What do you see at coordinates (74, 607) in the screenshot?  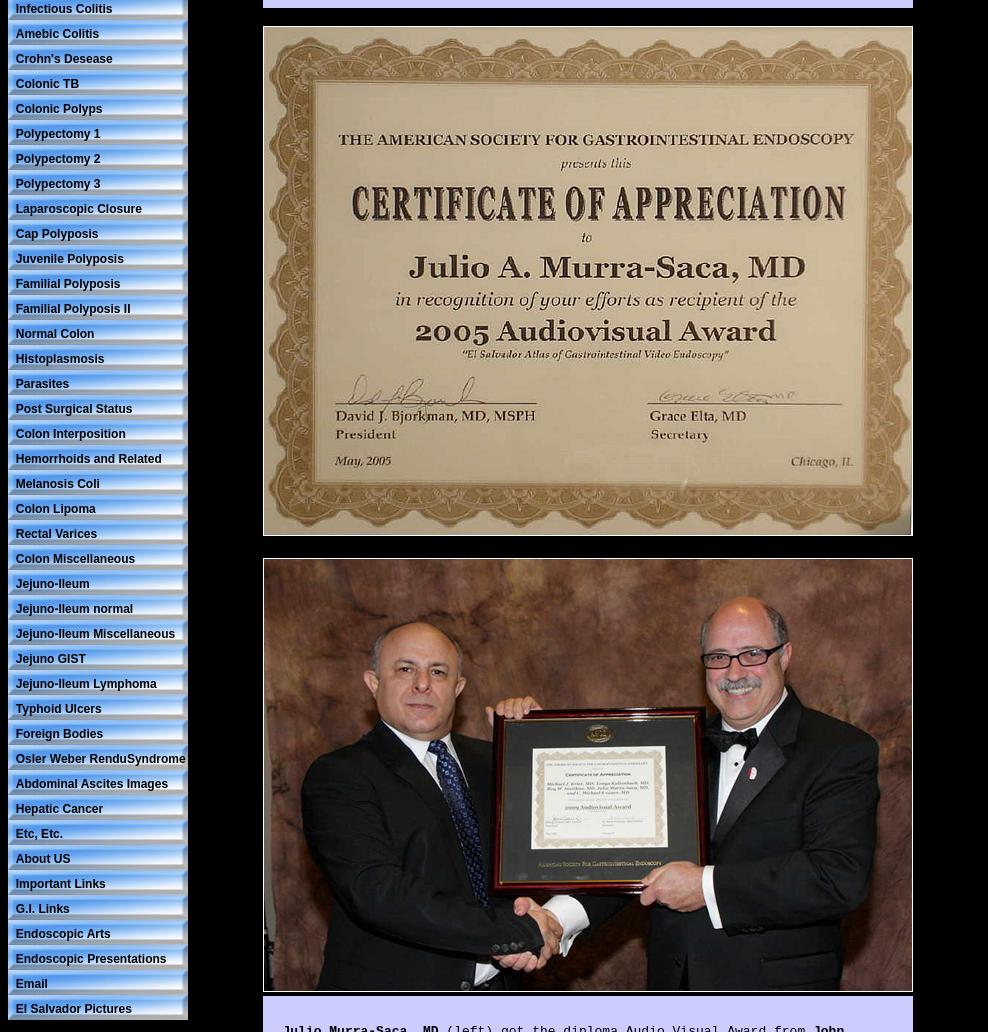 I see `'Jejuno-lleum normal'` at bounding box center [74, 607].